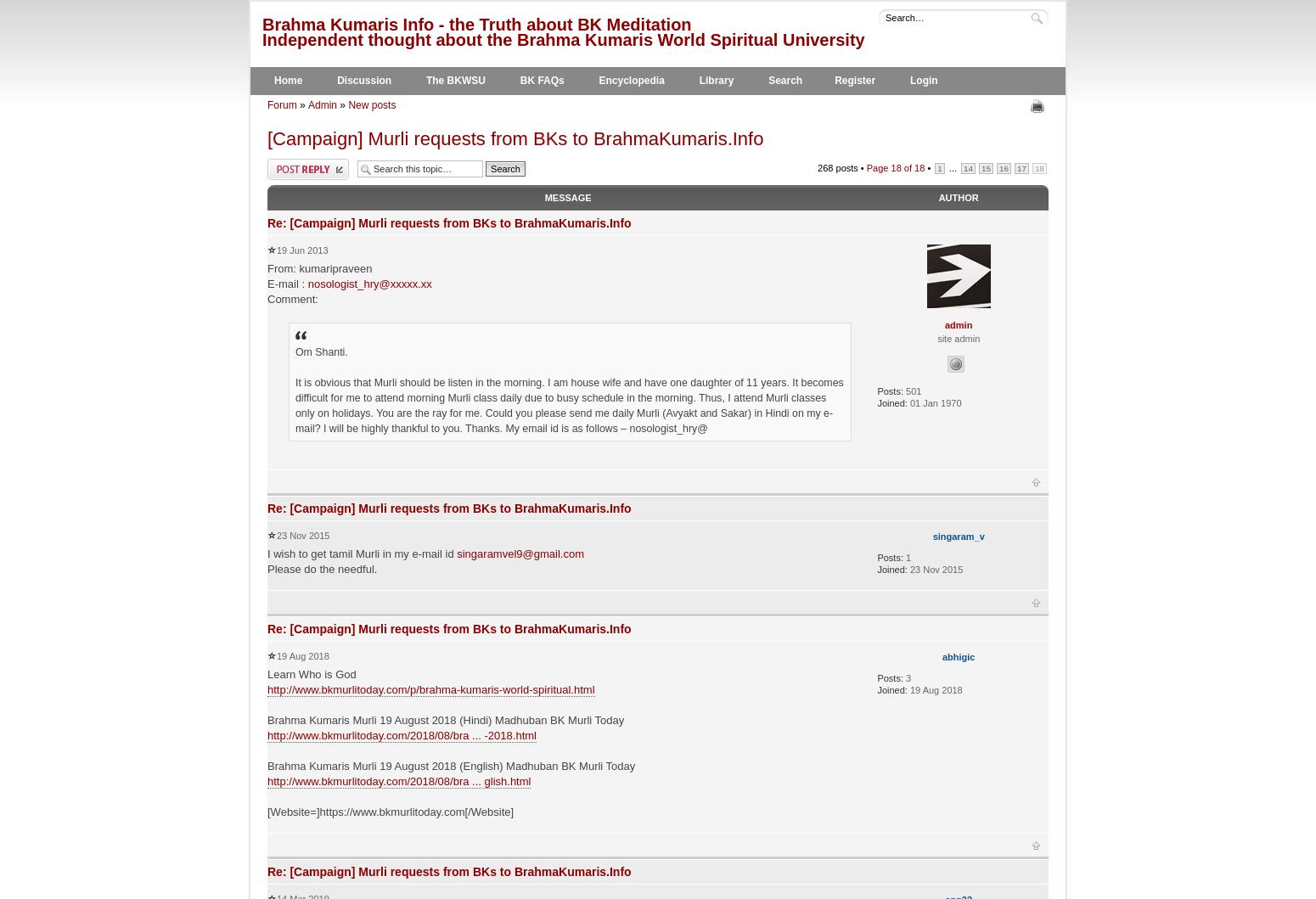  I want to click on 'Comment:', so click(291, 297).